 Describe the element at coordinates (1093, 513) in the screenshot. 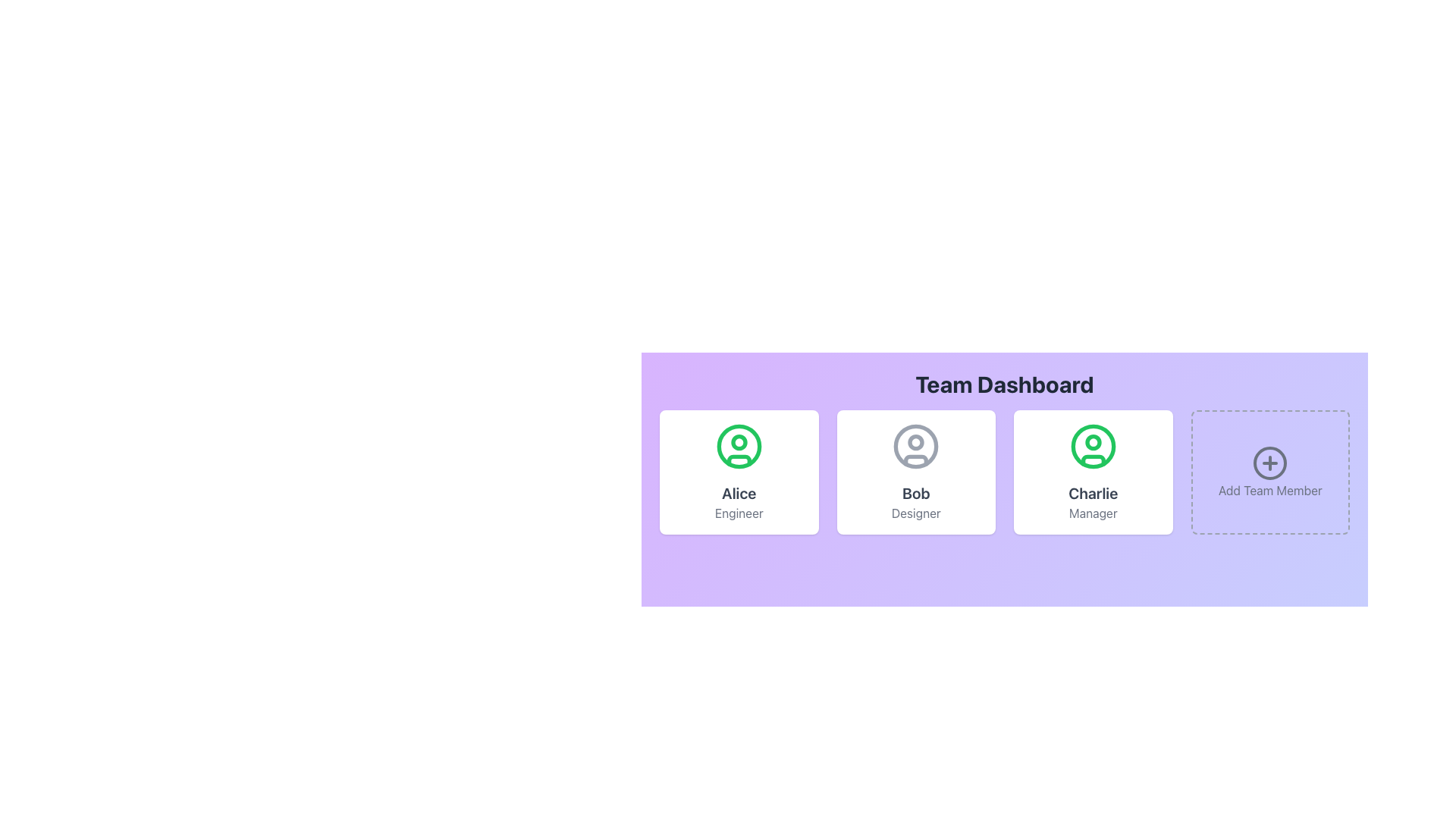

I see `the text label displaying 'Manager,' which is located beneath the name 'Charlie' in the user dashboard, to use the text for reference` at that location.